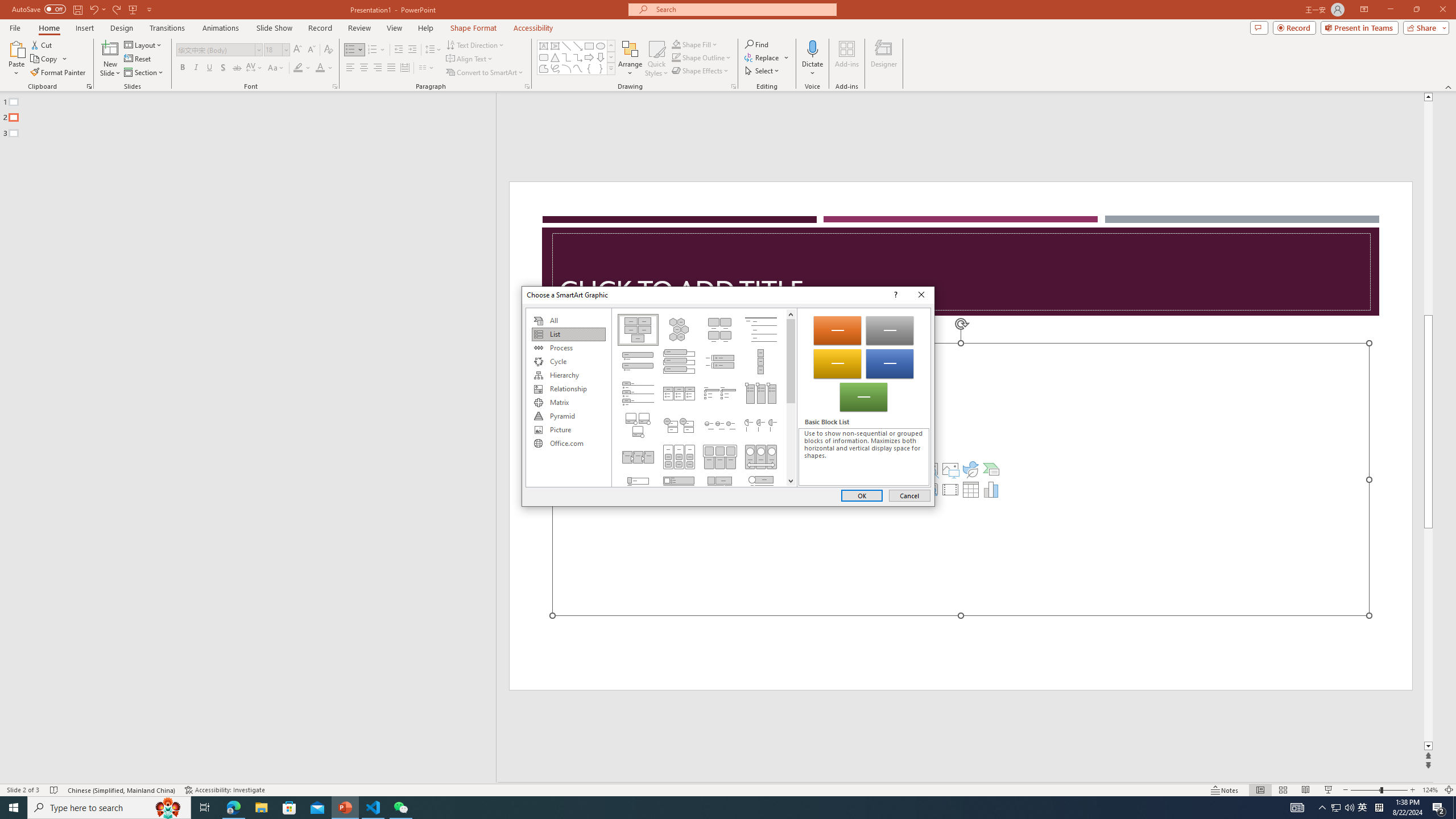 The image size is (1456, 819). What do you see at coordinates (677, 457) in the screenshot?
I see `'Grouped List'` at bounding box center [677, 457].